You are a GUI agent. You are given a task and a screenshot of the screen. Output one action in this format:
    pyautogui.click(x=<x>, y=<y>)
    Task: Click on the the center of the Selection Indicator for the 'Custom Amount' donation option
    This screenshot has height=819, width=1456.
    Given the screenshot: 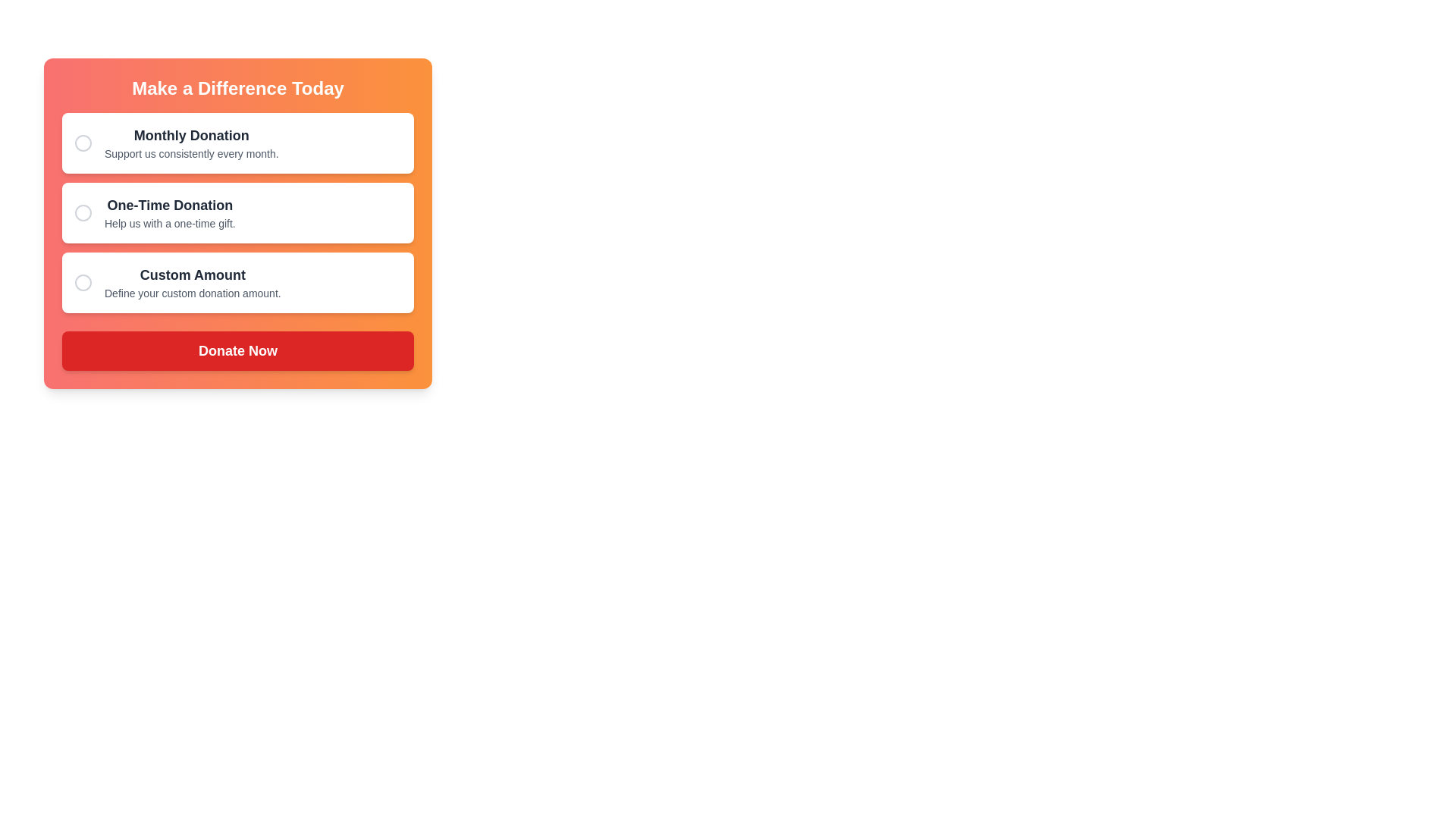 What is the action you would take?
    pyautogui.click(x=83, y=283)
    